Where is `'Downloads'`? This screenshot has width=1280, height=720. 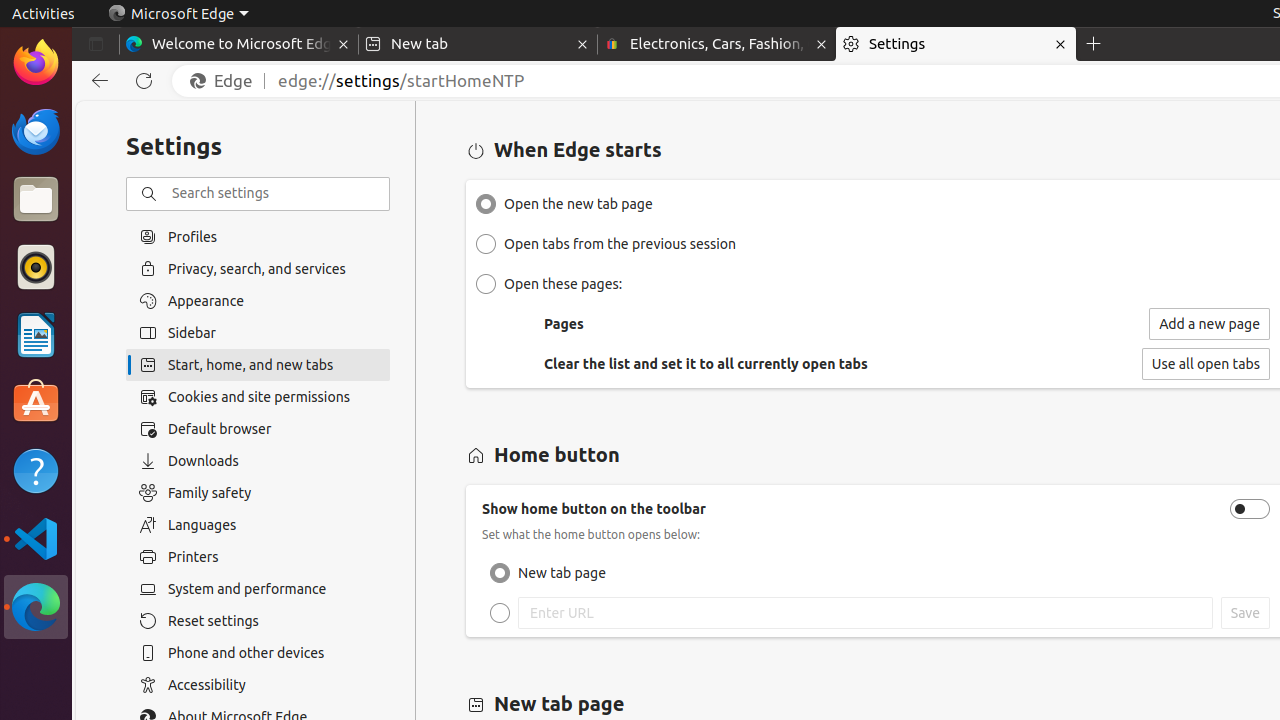 'Downloads' is located at coordinates (257, 461).